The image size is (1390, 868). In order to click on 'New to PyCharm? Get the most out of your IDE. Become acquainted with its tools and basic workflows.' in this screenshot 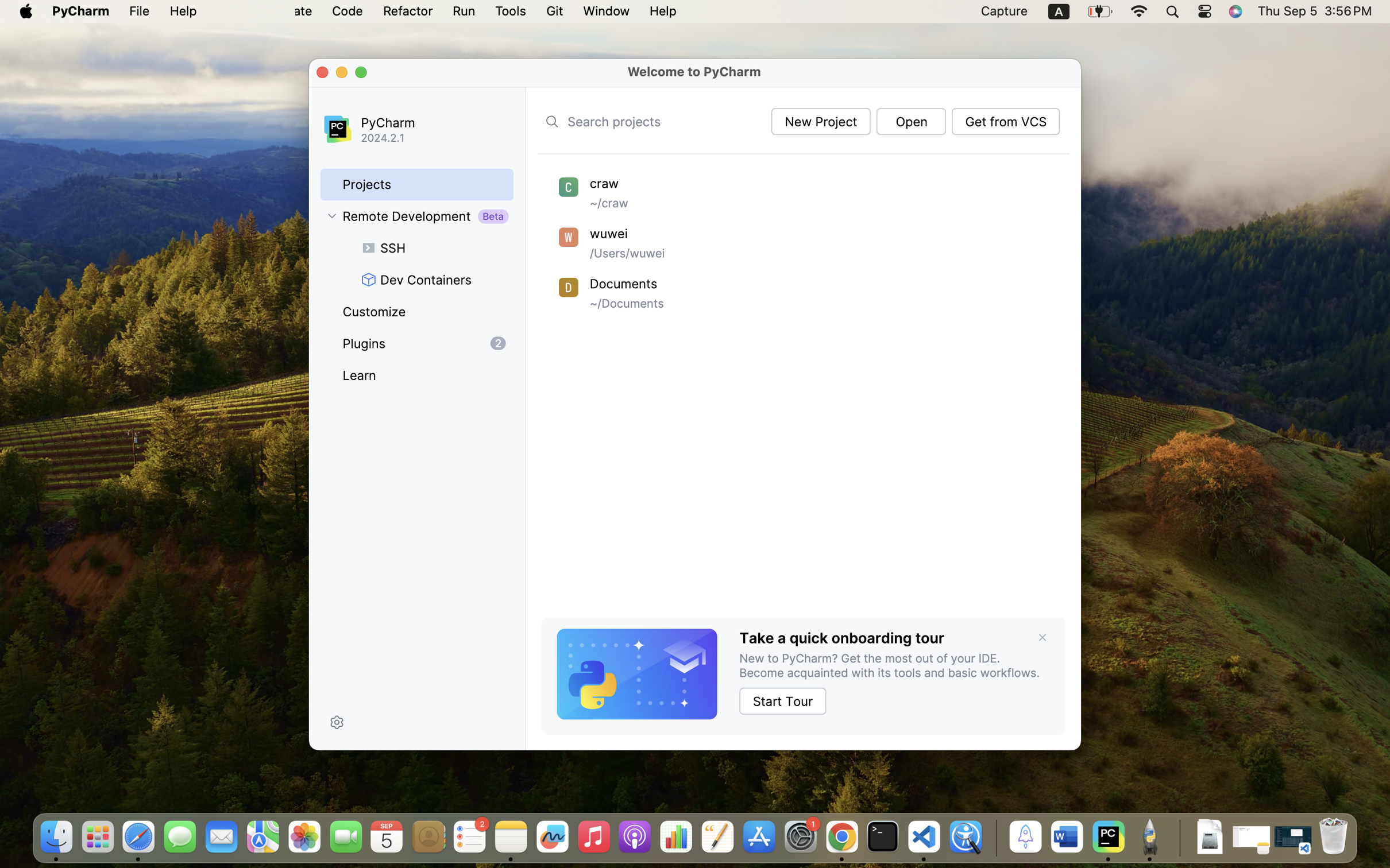, I will do `click(894, 665)`.